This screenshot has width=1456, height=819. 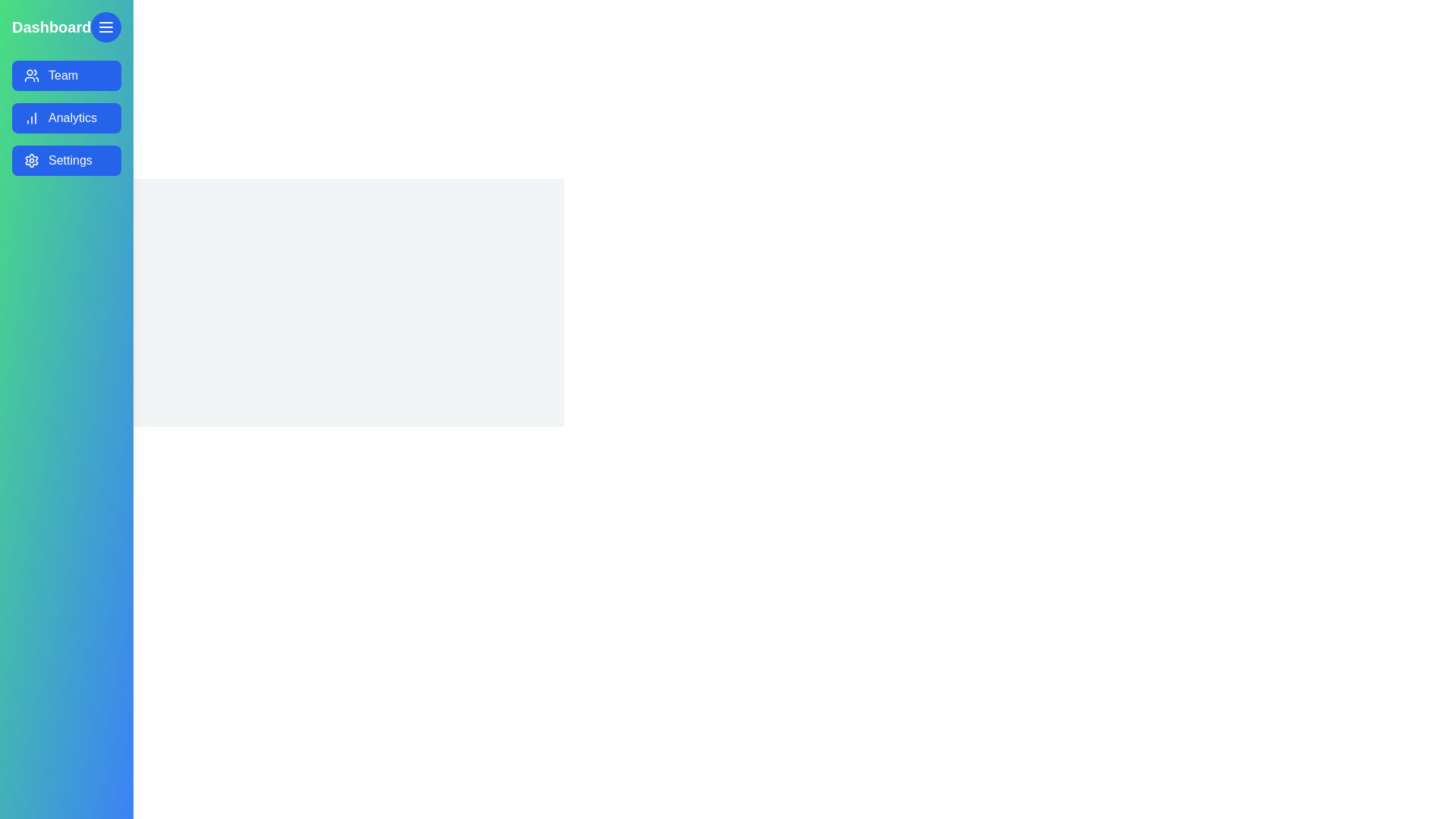 What do you see at coordinates (65, 117) in the screenshot?
I see `the menu option Analytics from the drawer` at bounding box center [65, 117].